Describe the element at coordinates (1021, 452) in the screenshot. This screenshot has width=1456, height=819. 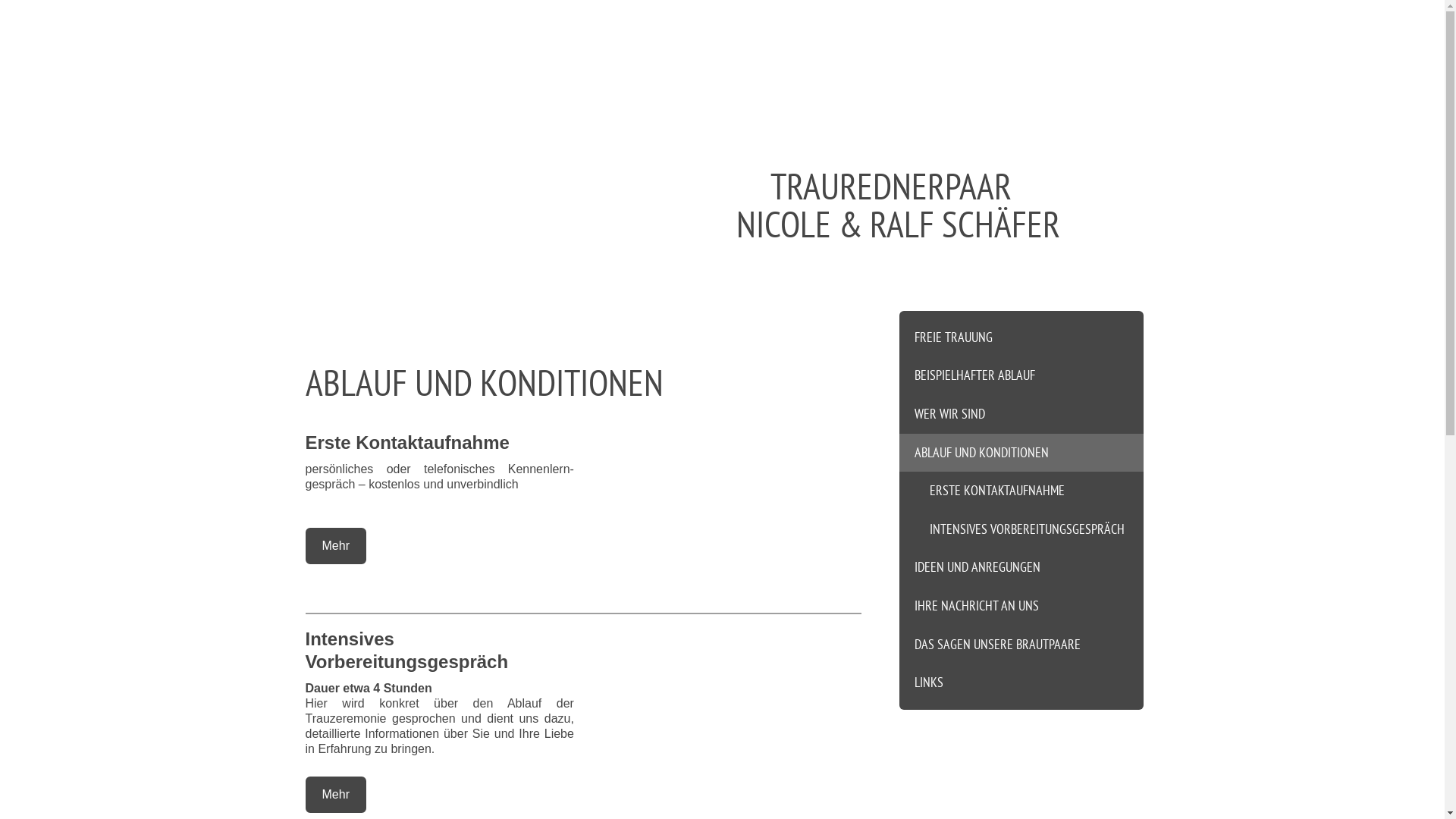
I see `'ABLAUF UND KONDITIONEN'` at that location.